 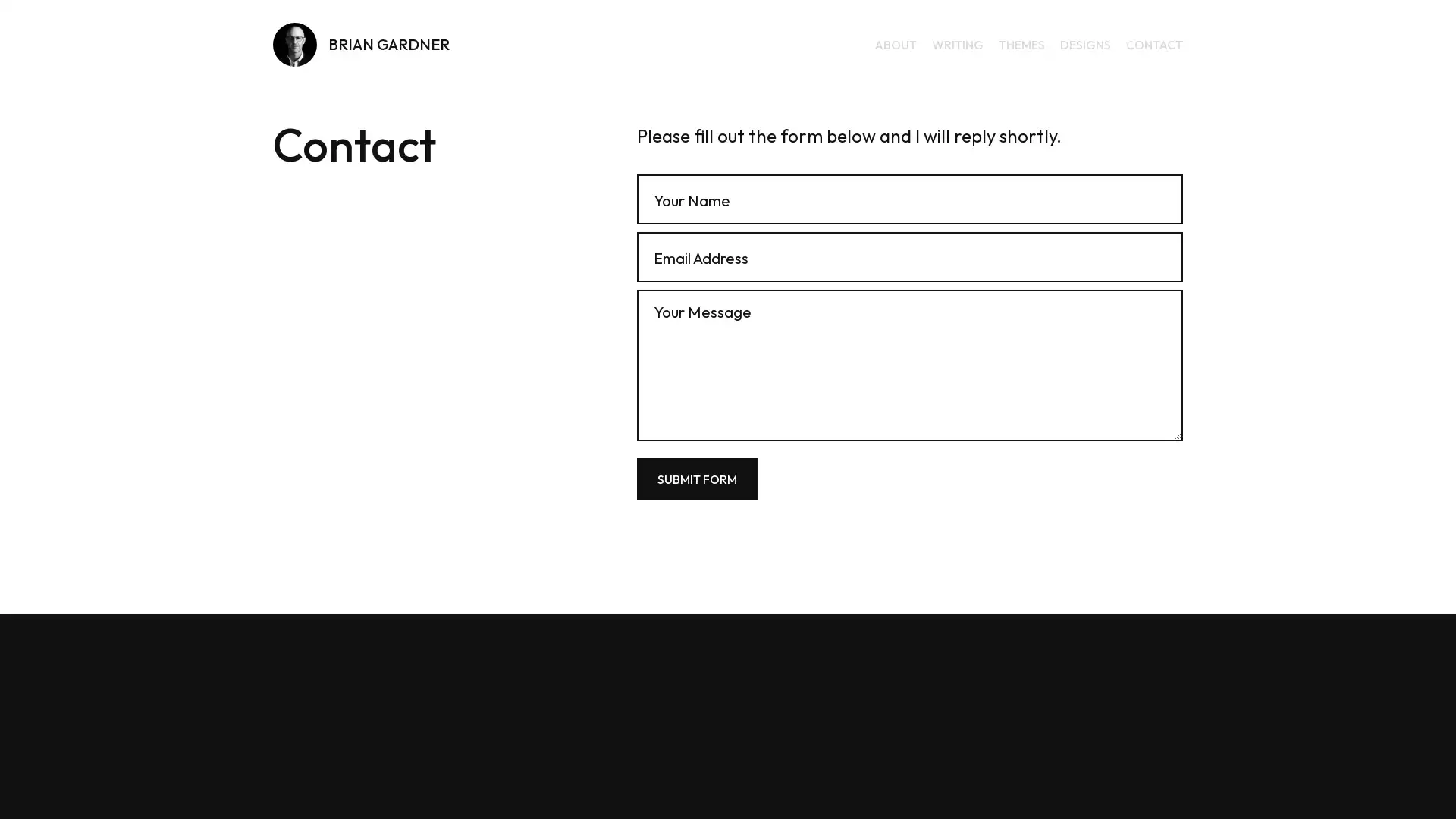 What do you see at coordinates (696, 479) in the screenshot?
I see `Submit Form` at bounding box center [696, 479].